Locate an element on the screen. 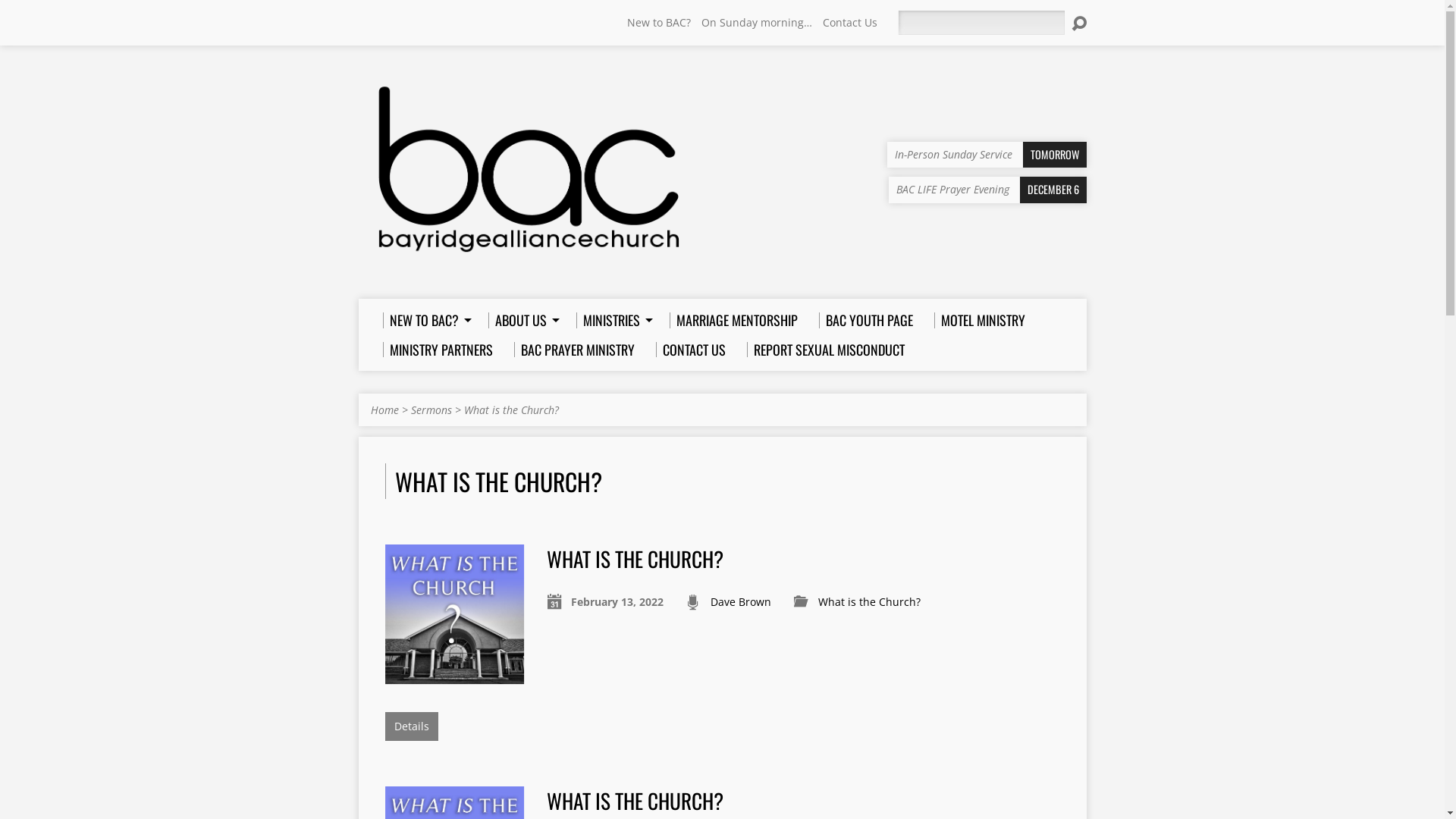 This screenshot has width=1456, height=819. 'What is the Church?' is located at coordinates (869, 601).